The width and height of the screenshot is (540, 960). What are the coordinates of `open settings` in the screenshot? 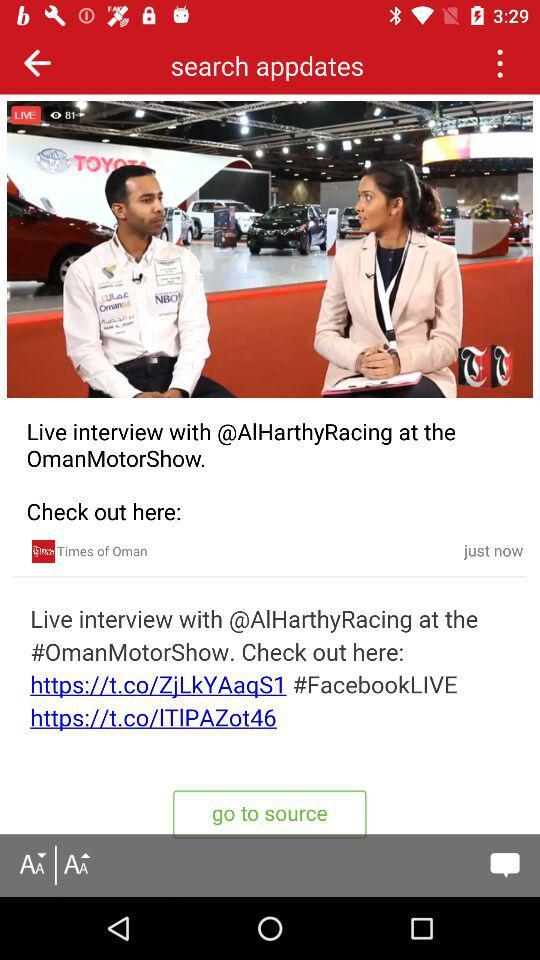 It's located at (498, 62).